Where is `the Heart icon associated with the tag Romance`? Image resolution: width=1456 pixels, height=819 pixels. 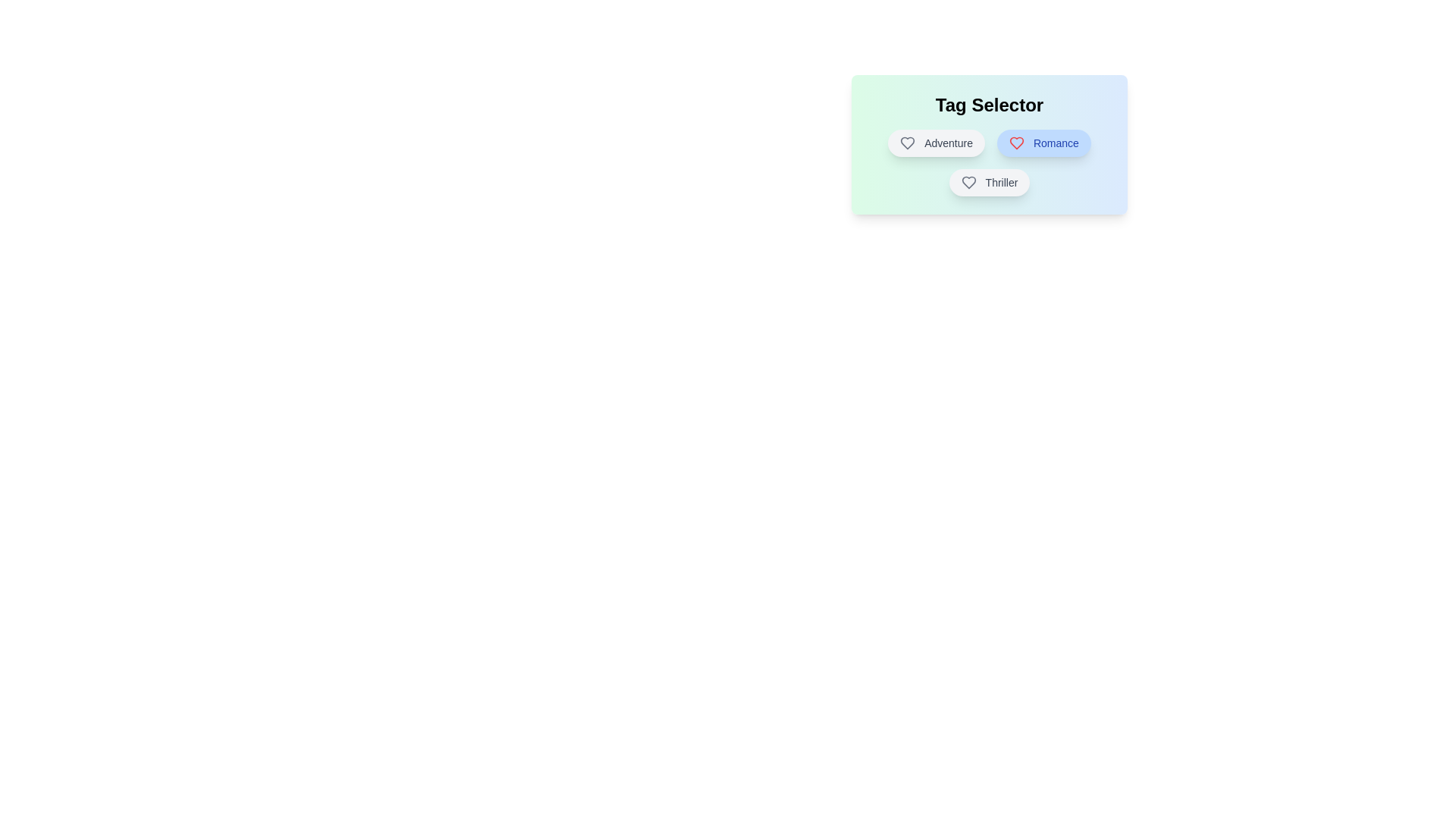
the Heart icon associated with the tag Romance is located at coordinates (1016, 143).